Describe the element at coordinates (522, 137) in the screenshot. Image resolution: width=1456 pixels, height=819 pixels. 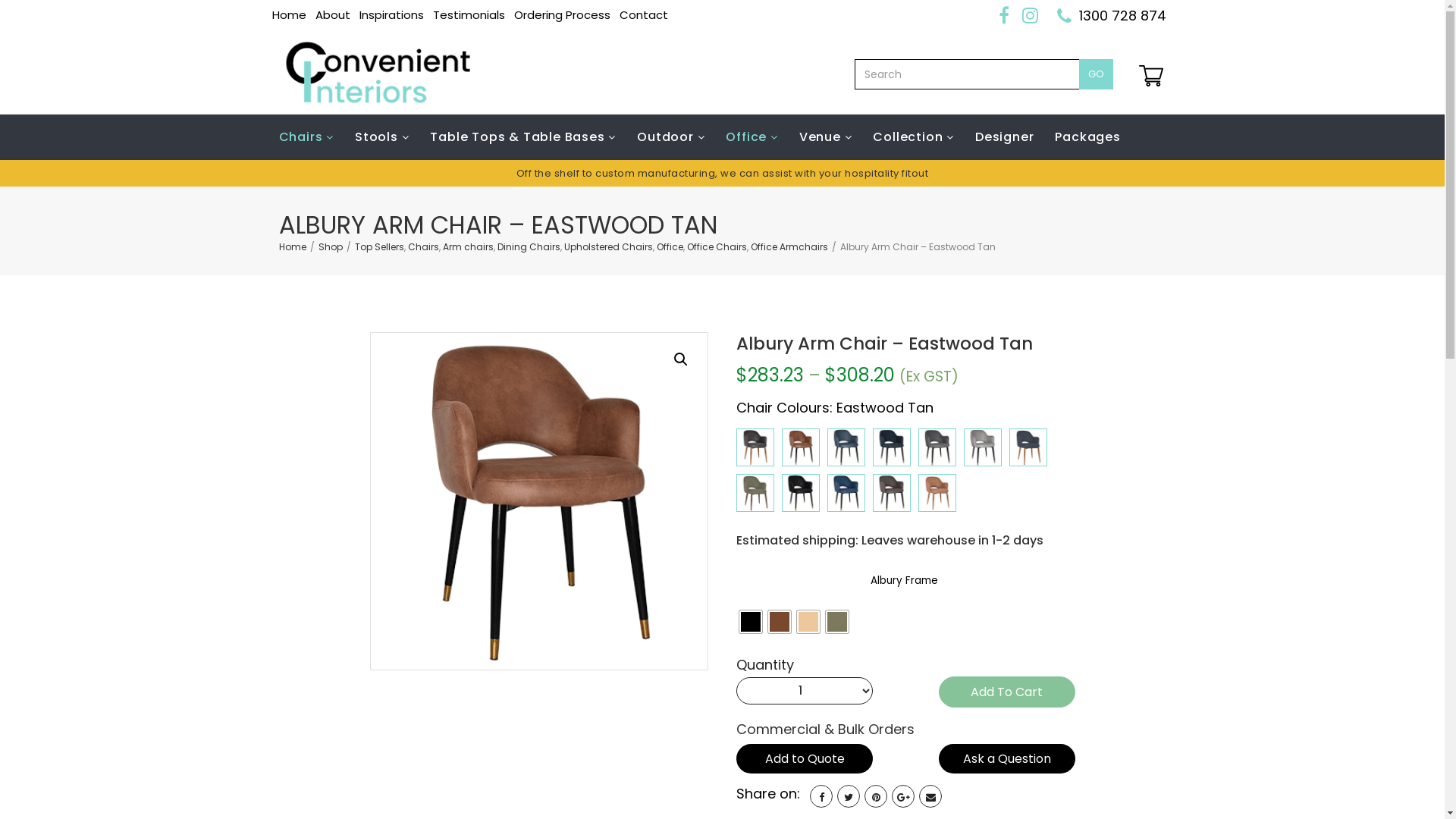
I see `'Table Tops & Table Bases'` at that location.